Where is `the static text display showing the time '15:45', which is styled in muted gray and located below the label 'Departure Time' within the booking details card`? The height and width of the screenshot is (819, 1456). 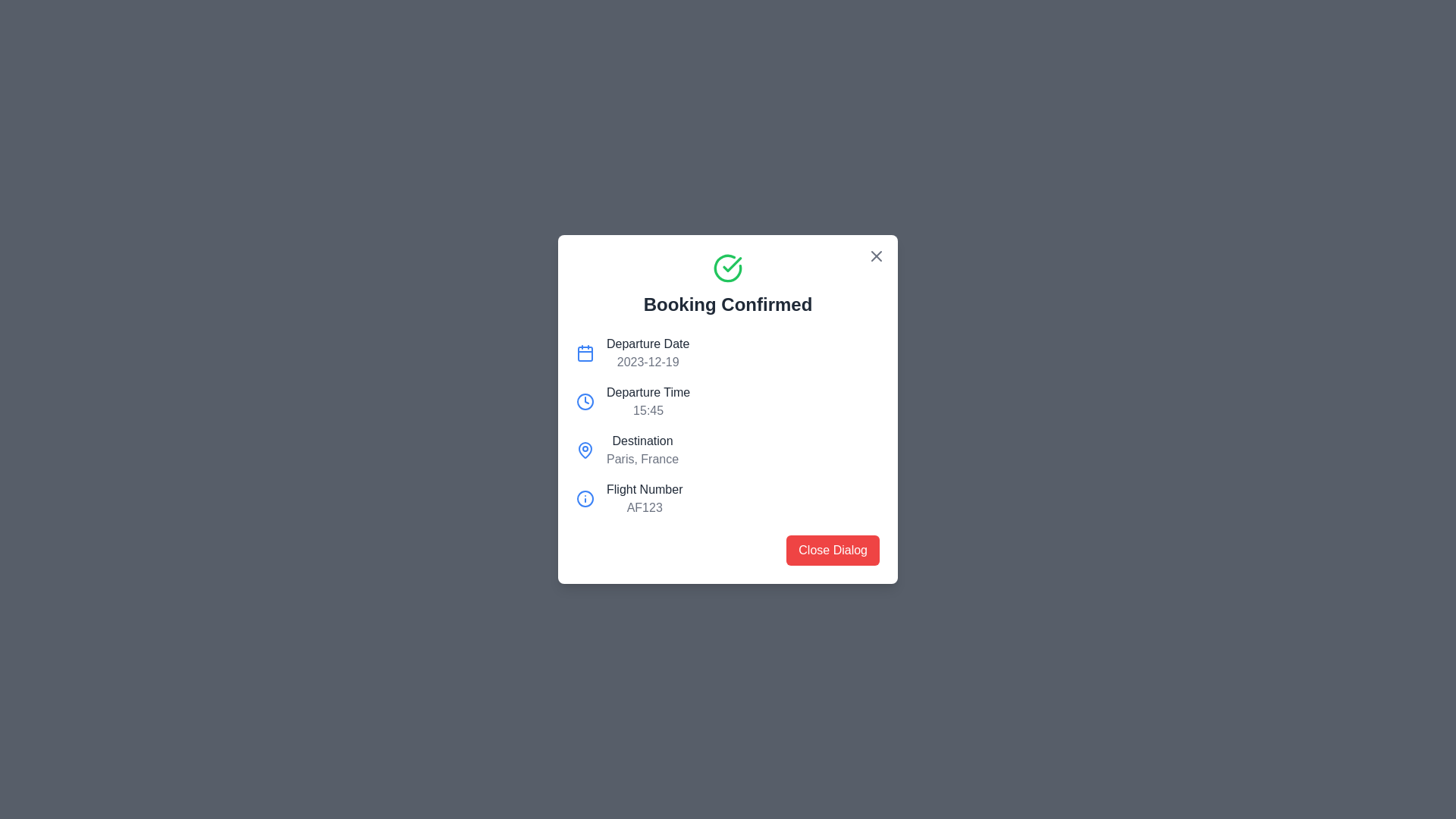
the static text display showing the time '15:45', which is styled in muted gray and located below the label 'Departure Time' within the booking details card is located at coordinates (648, 411).